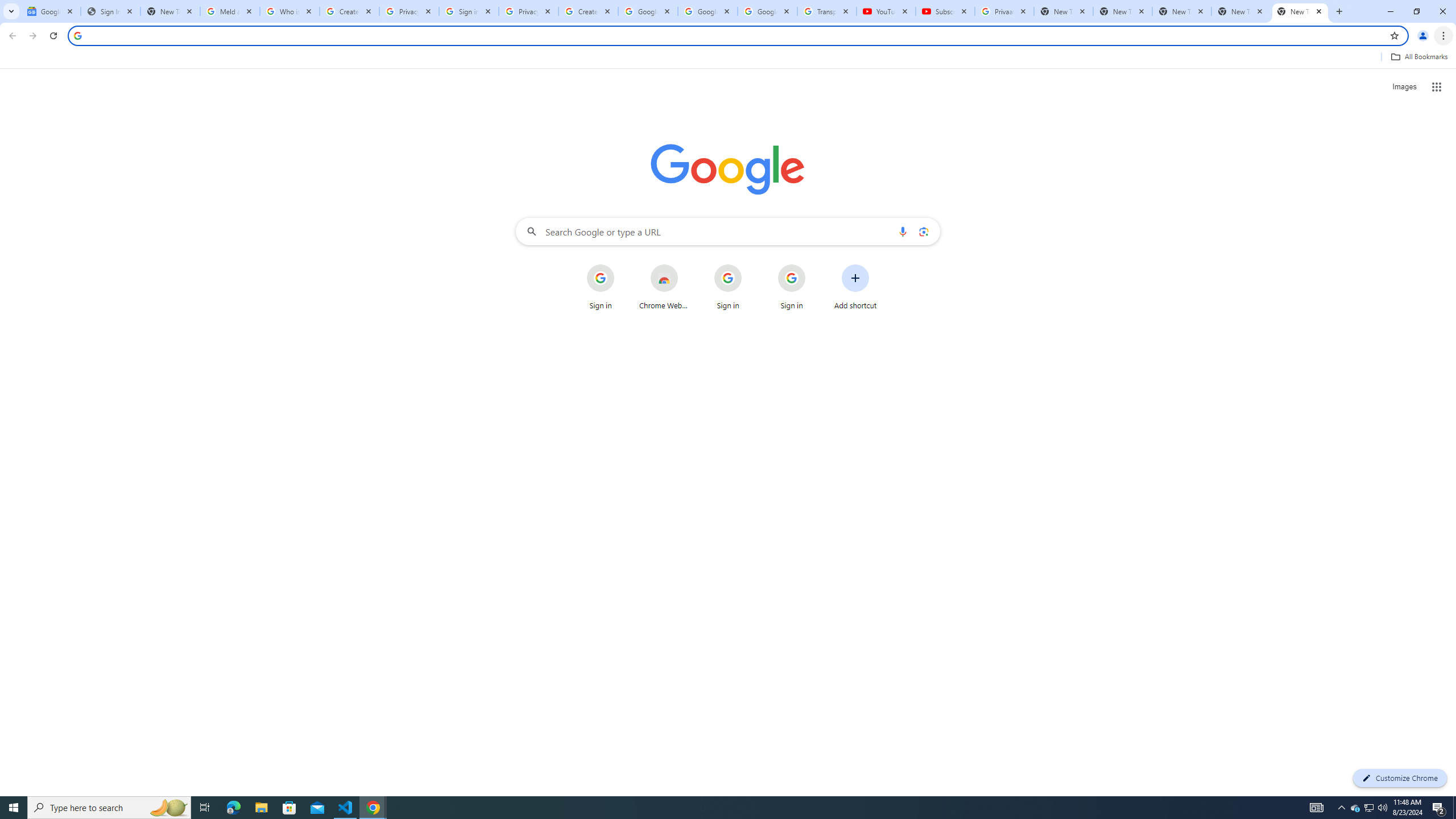  Describe the element at coordinates (289, 11) in the screenshot. I see `'Who is my administrator? - Google Account Help'` at that location.